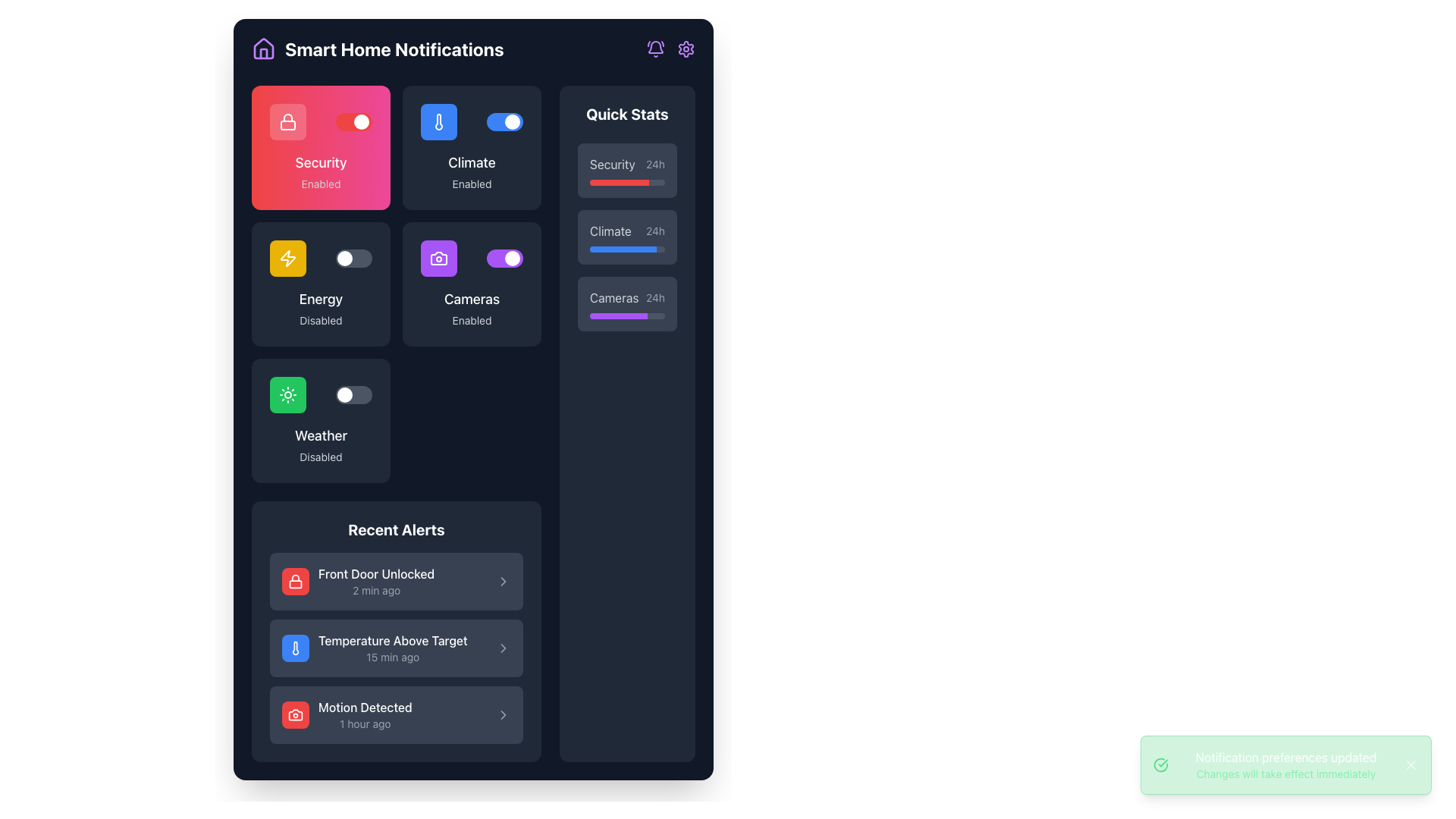 The width and height of the screenshot is (1456, 819). I want to click on the vertically-oriented thermometer icon located in the Climate section card, which is positioned to the left of the toggle switch and above the label 'Enabled', so click(438, 121).